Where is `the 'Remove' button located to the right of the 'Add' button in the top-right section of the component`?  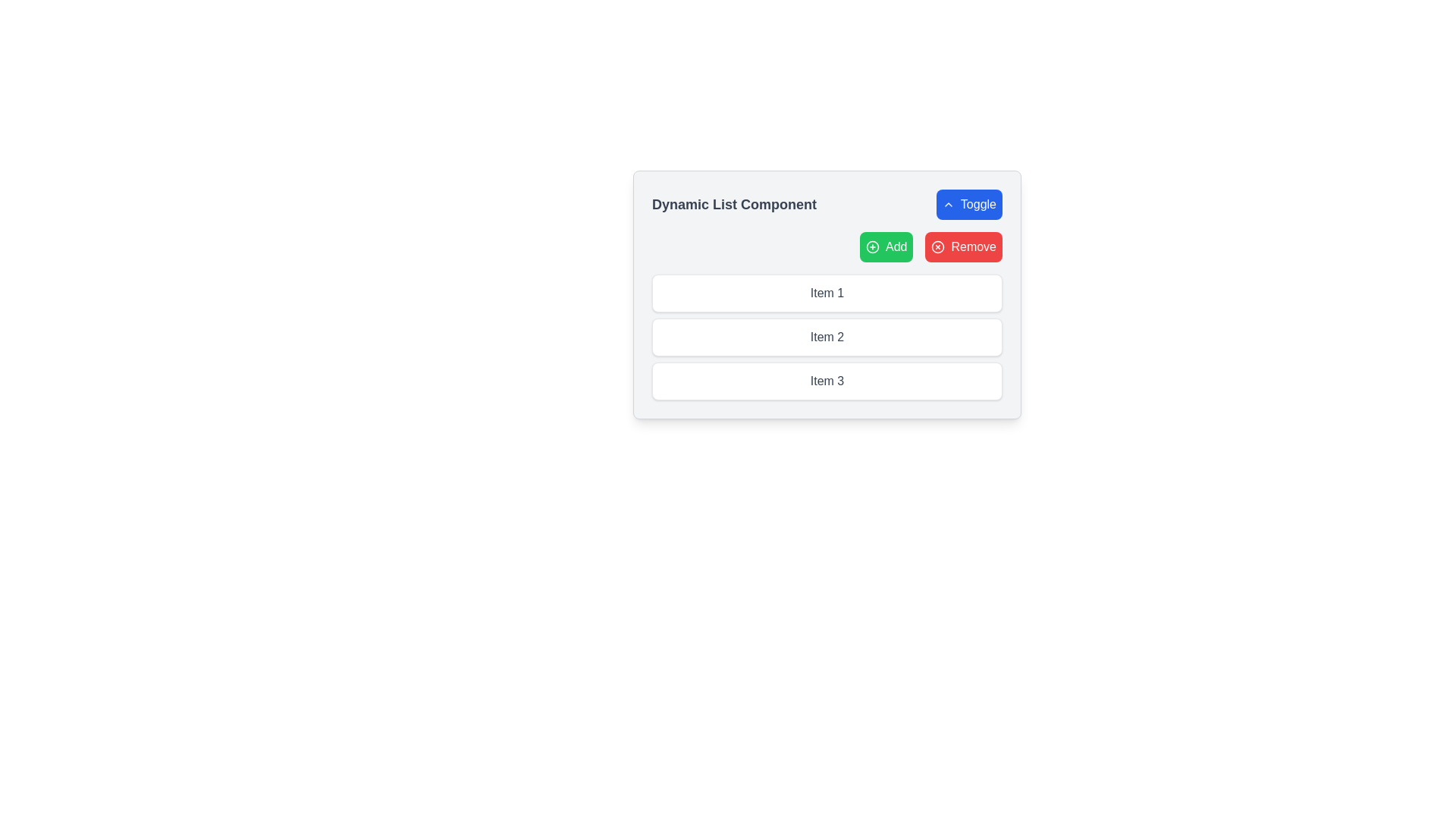
the 'Remove' button located to the right of the 'Add' button in the top-right section of the component is located at coordinates (963, 246).